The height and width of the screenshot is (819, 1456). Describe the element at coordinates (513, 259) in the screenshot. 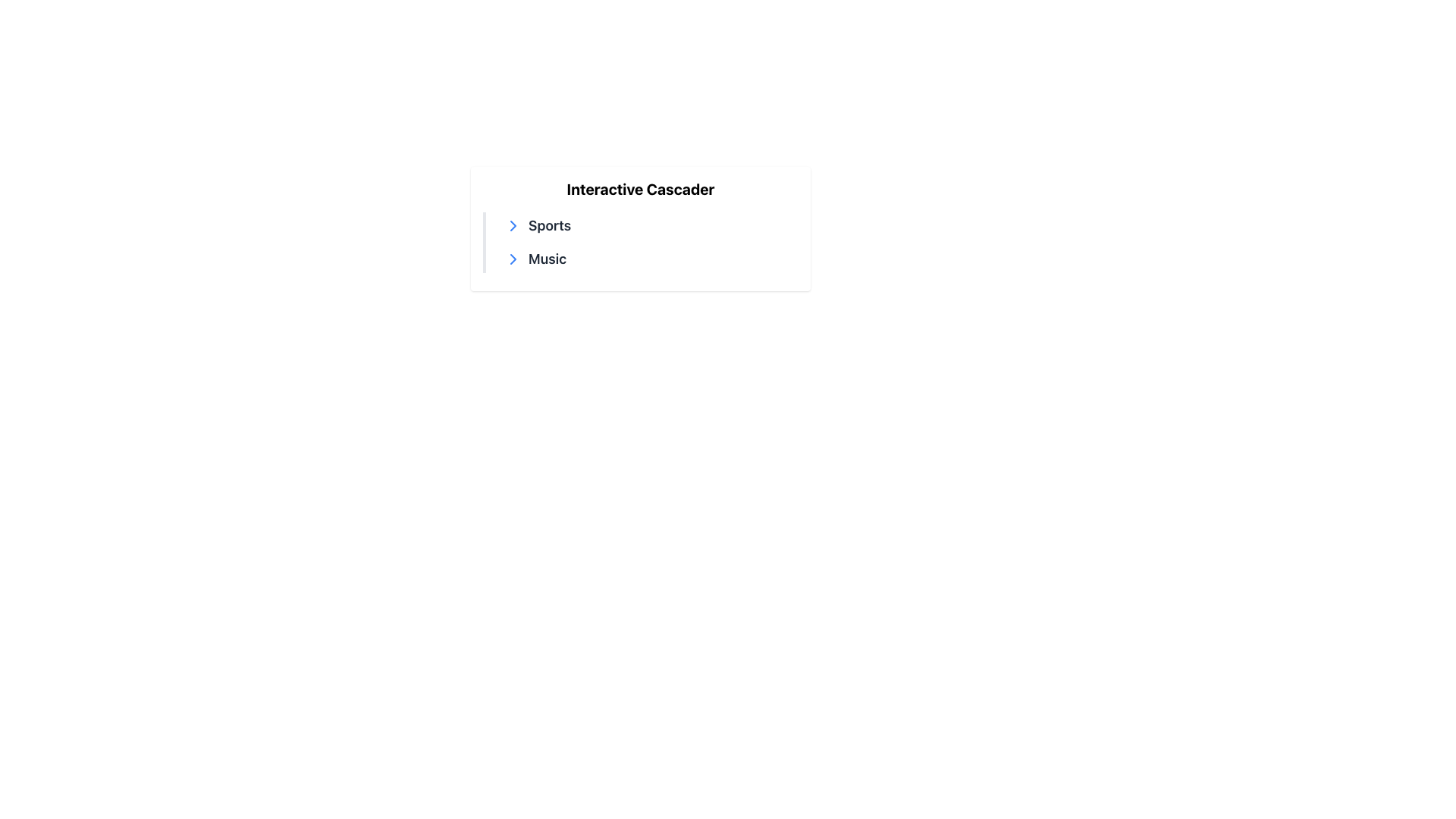

I see `the rightward chevron arrow icon, which is a blue arrow pointing to the right` at that location.